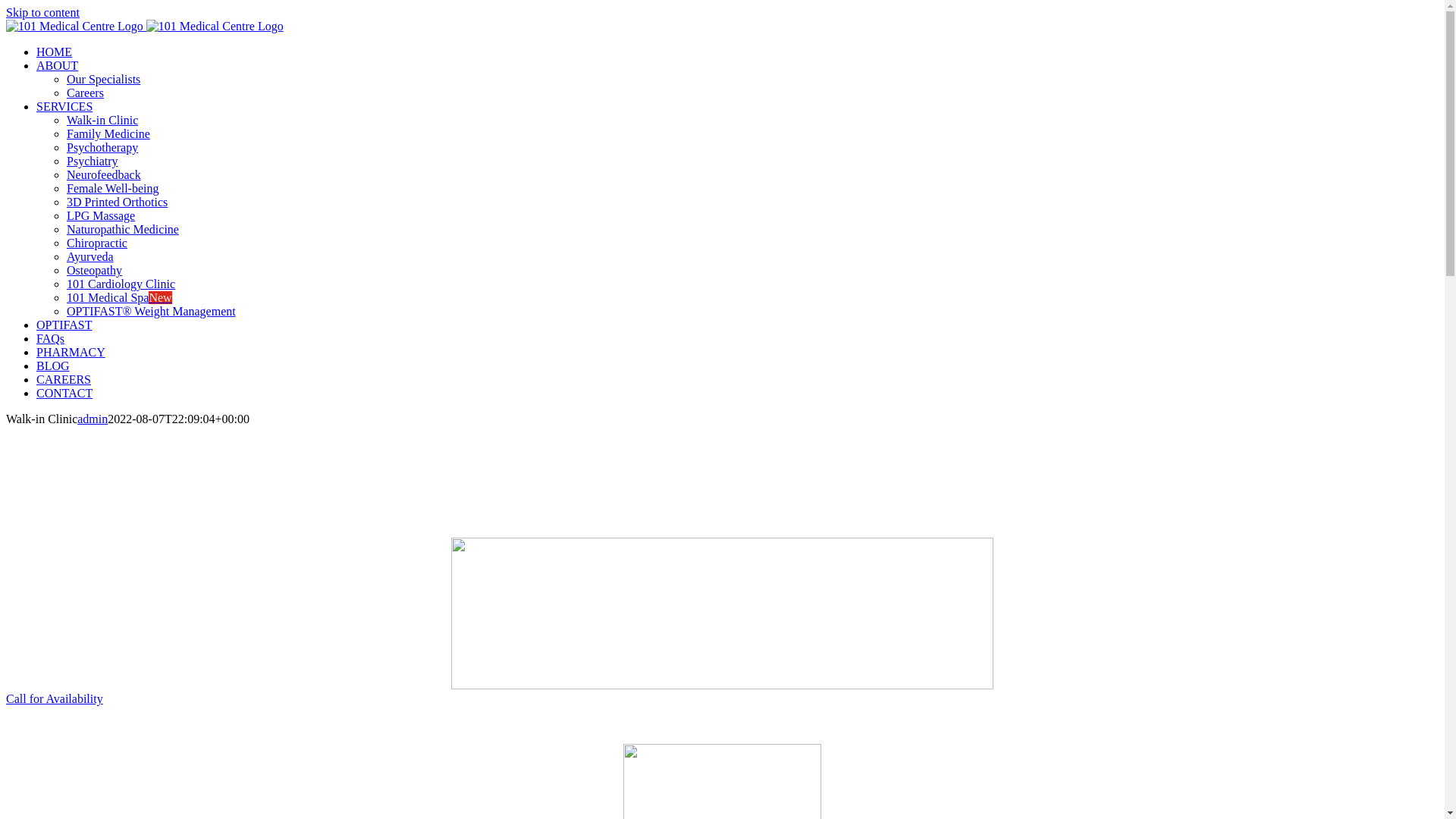 Image resolution: width=1456 pixels, height=819 pixels. Describe the element at coordinates (123, 229) in the screenshot. I see `'Naturopathic Medicine'` at that location.